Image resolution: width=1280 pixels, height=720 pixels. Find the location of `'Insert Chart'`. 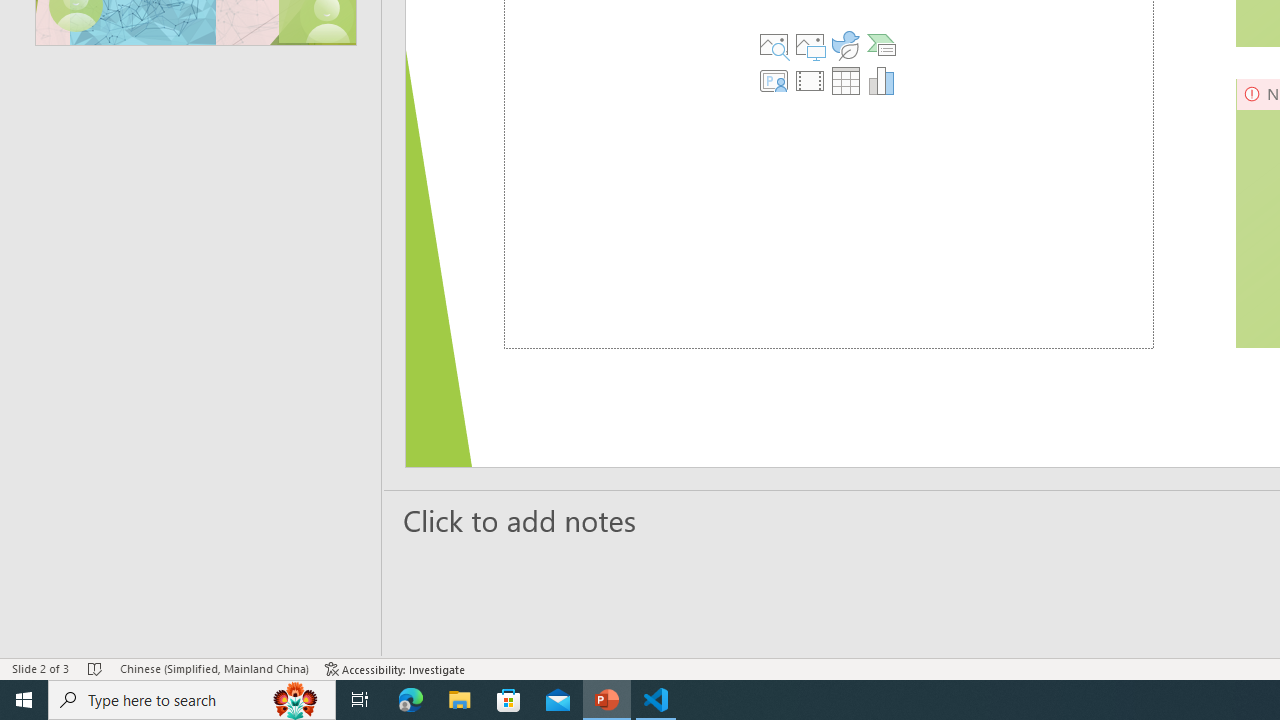

'Insert Chart' is located at coordinates (881, 80).